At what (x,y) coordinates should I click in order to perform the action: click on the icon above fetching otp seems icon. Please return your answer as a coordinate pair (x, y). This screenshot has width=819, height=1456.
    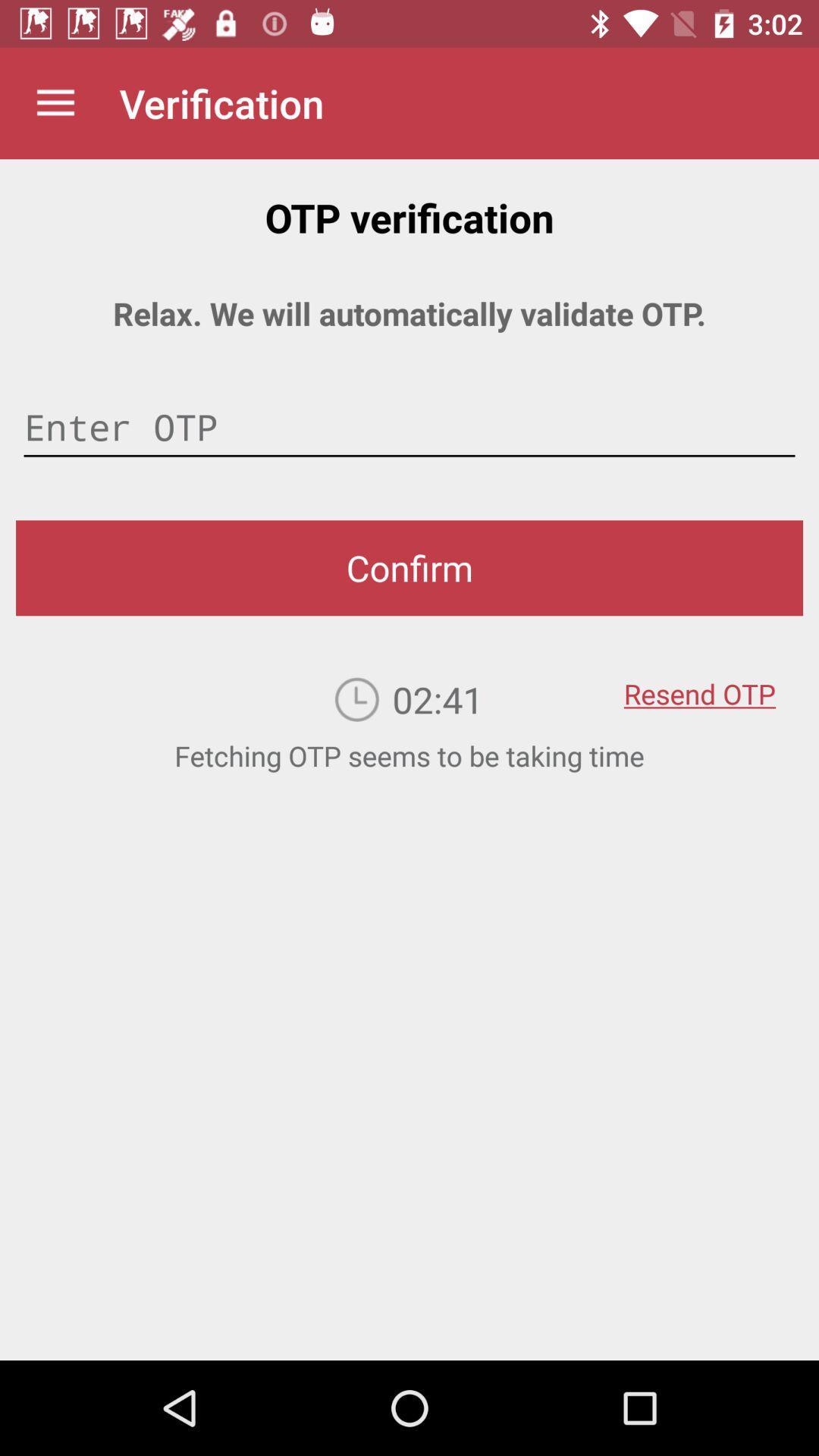
    Looking at the image, I should click on (699, 682).